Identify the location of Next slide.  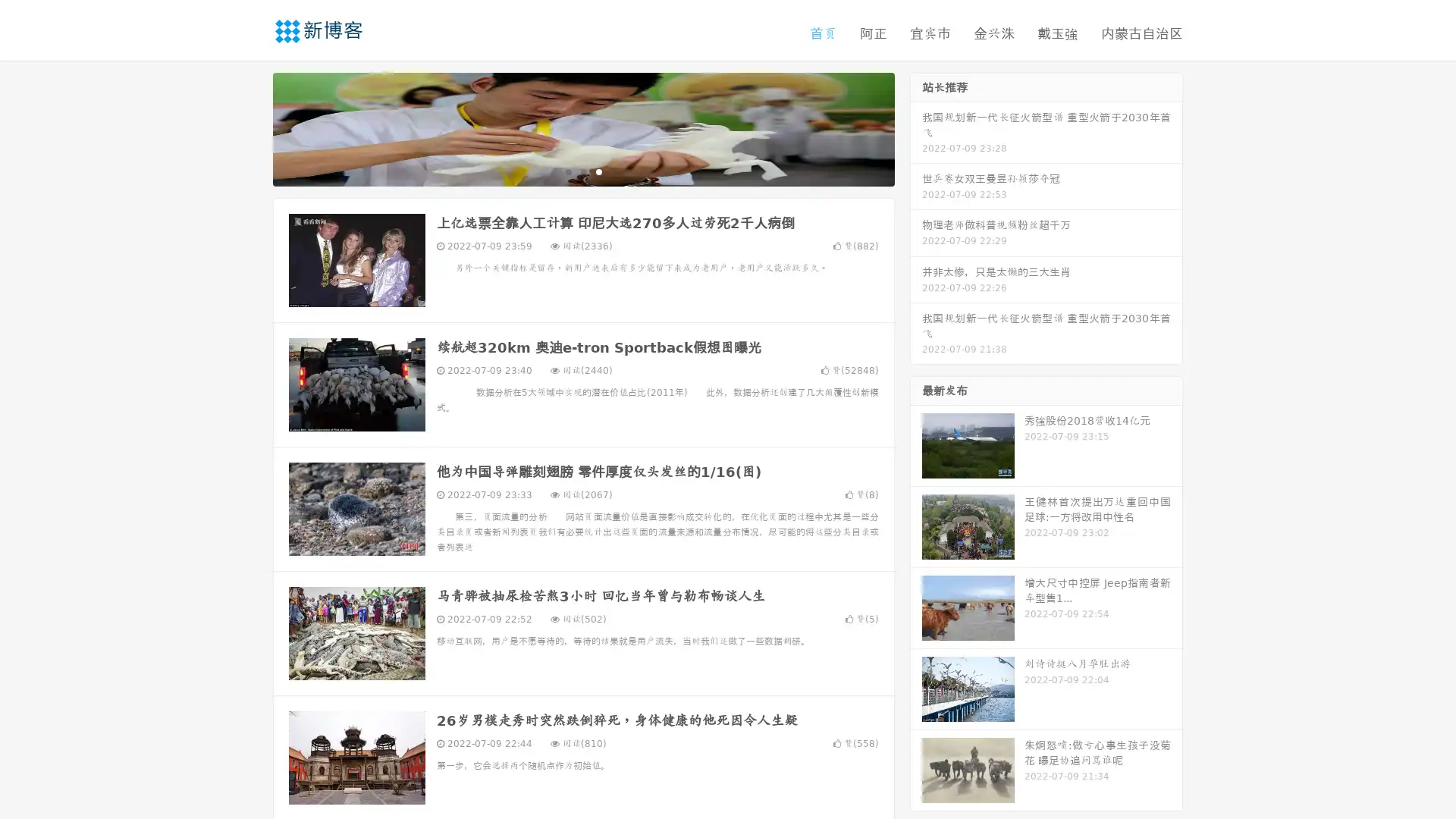
(916, 127).